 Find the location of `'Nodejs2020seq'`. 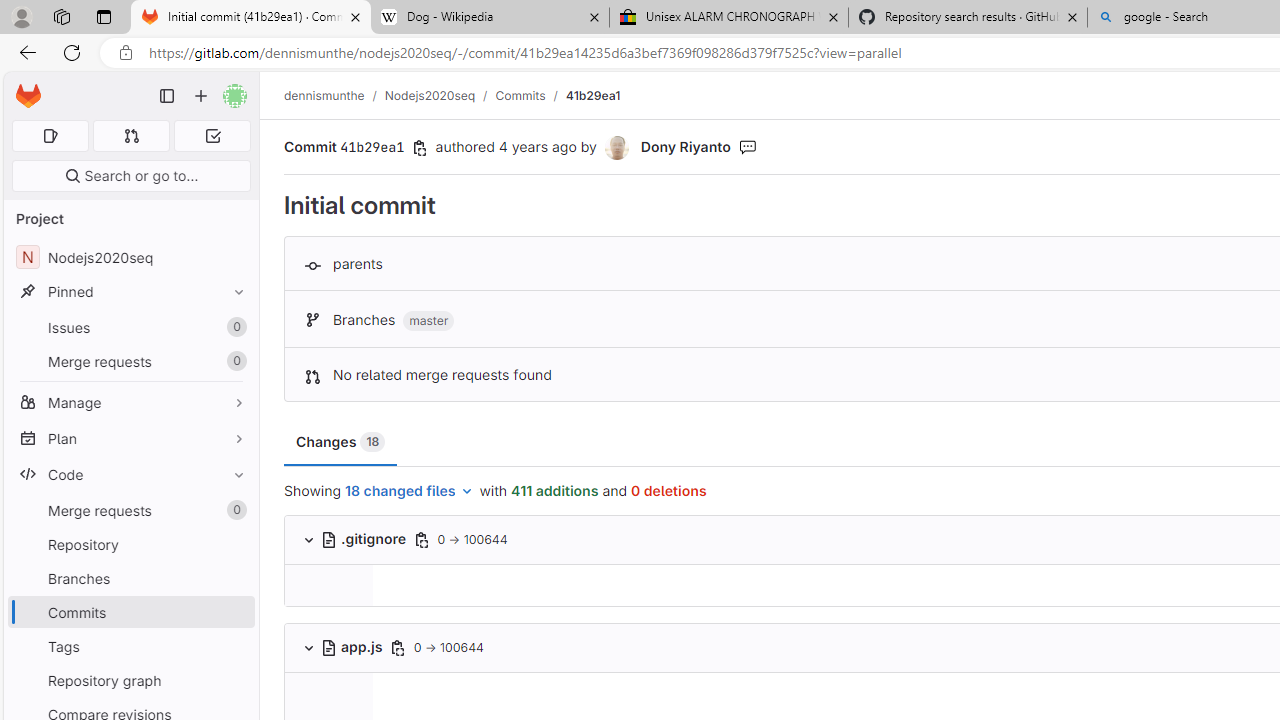

'Nodejs2020seq' is located at coordinates (429, 95).